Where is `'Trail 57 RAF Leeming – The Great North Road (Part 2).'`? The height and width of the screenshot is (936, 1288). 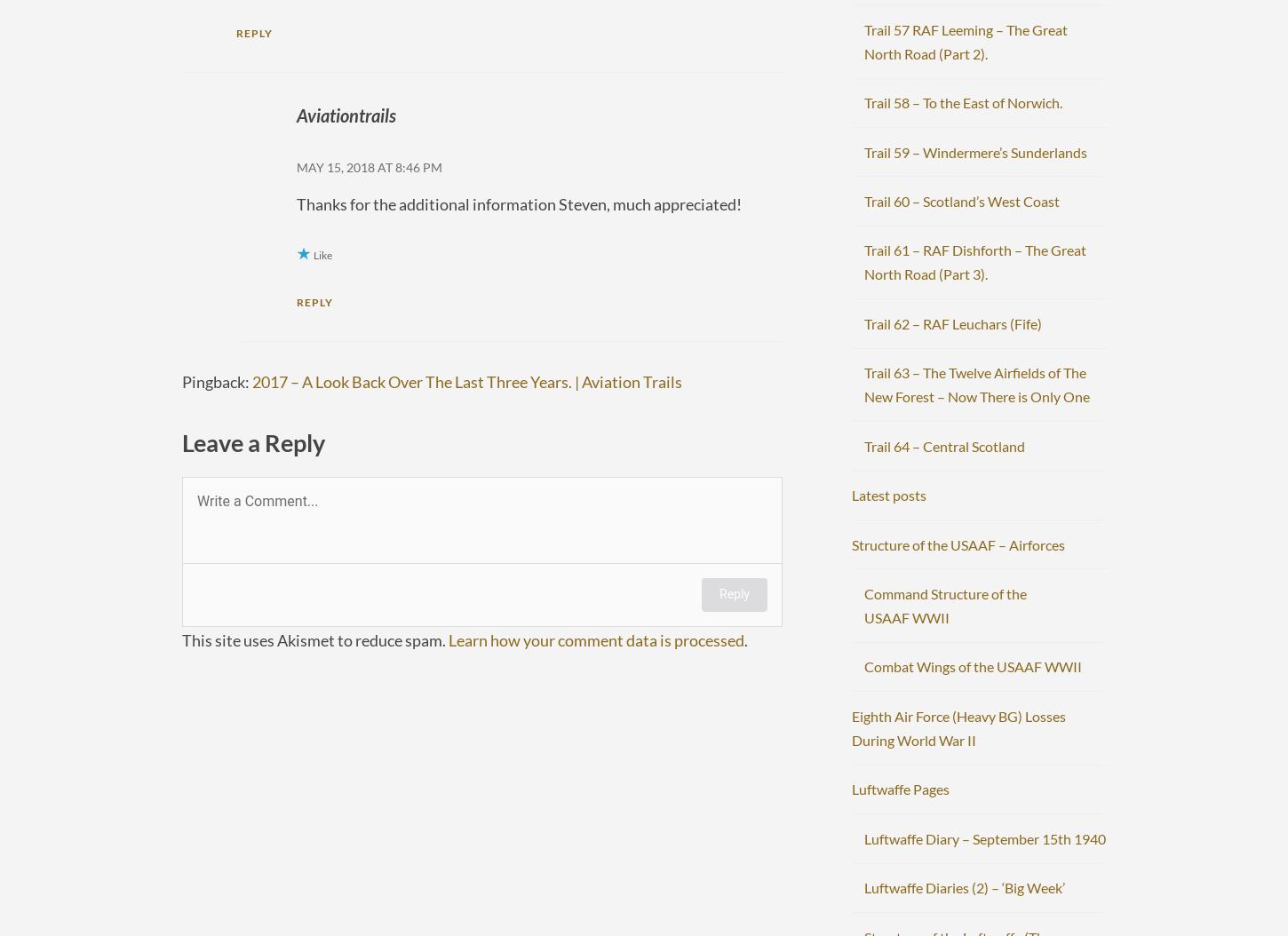
'Trail 57 RAF Leeming – The Great North Road (Part 2).' is located at coordinates (965, 40).